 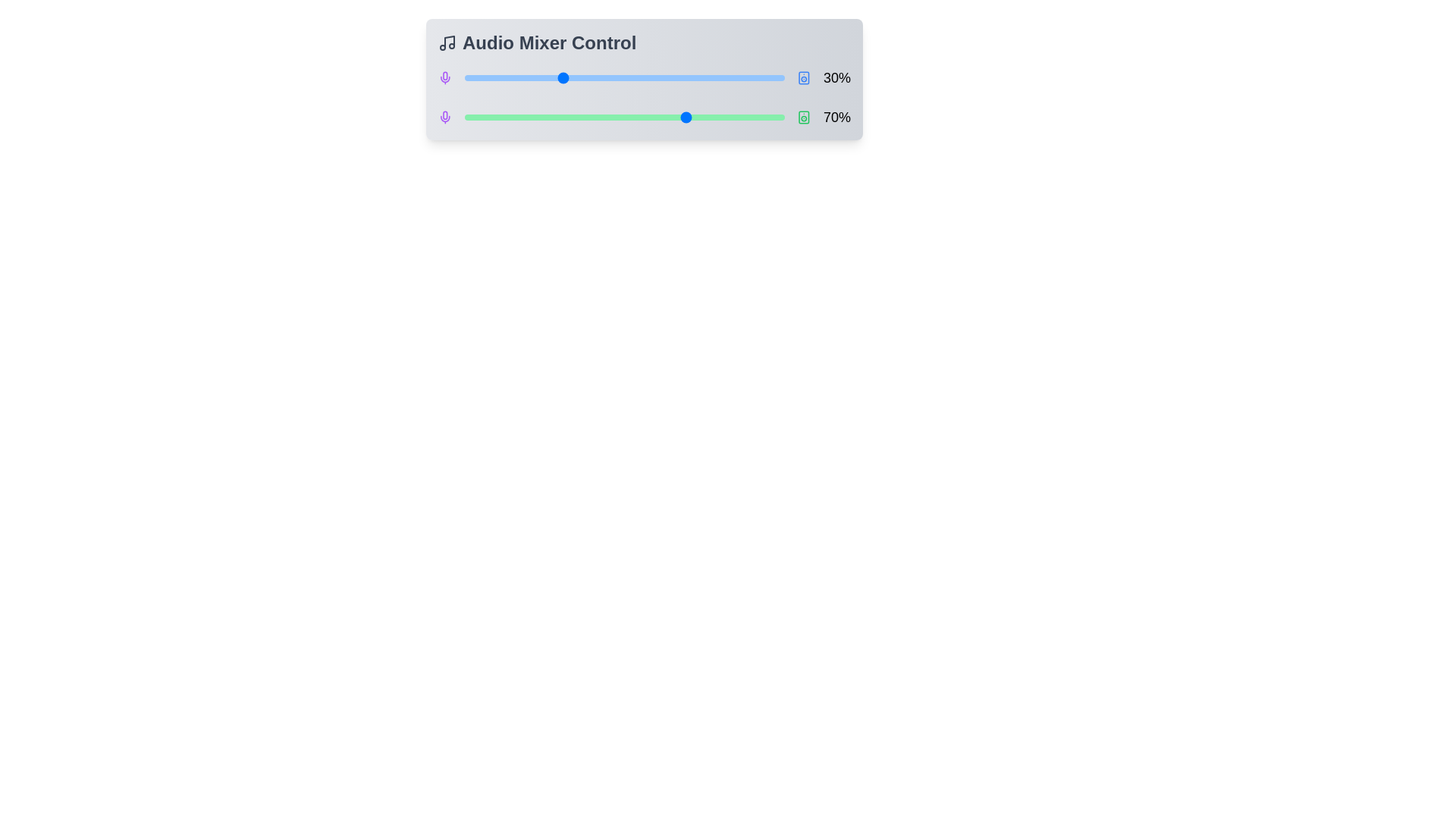 What do you see at coordinates (836, 78) in the screenshot?
I see `the static text label displaying '30%' located at the far-right end of the upper slider bar, near the speaker icon` at bounding box center [836, 78].